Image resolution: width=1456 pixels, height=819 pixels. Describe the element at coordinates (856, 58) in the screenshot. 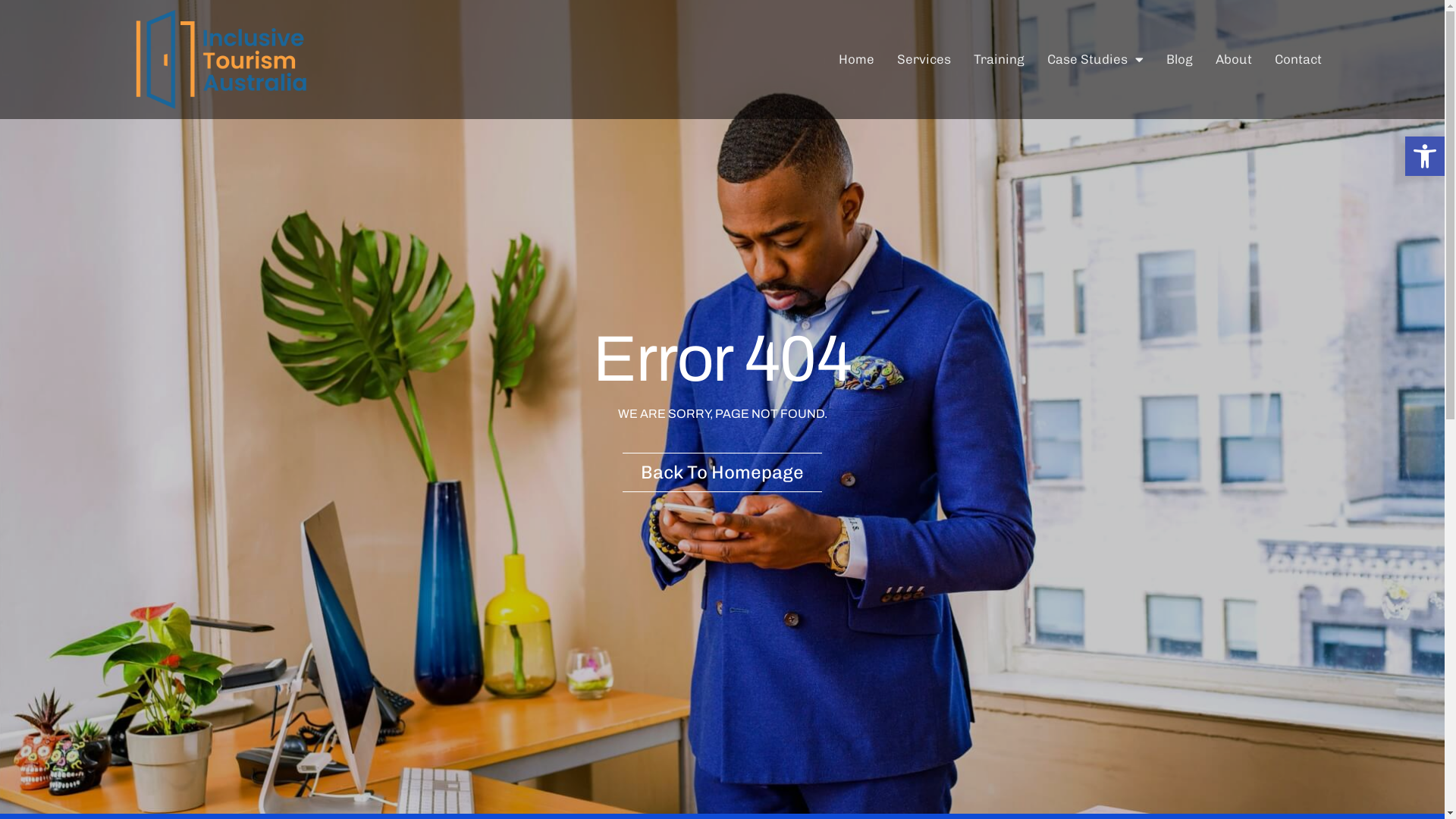

I see `'Home'` at that location.